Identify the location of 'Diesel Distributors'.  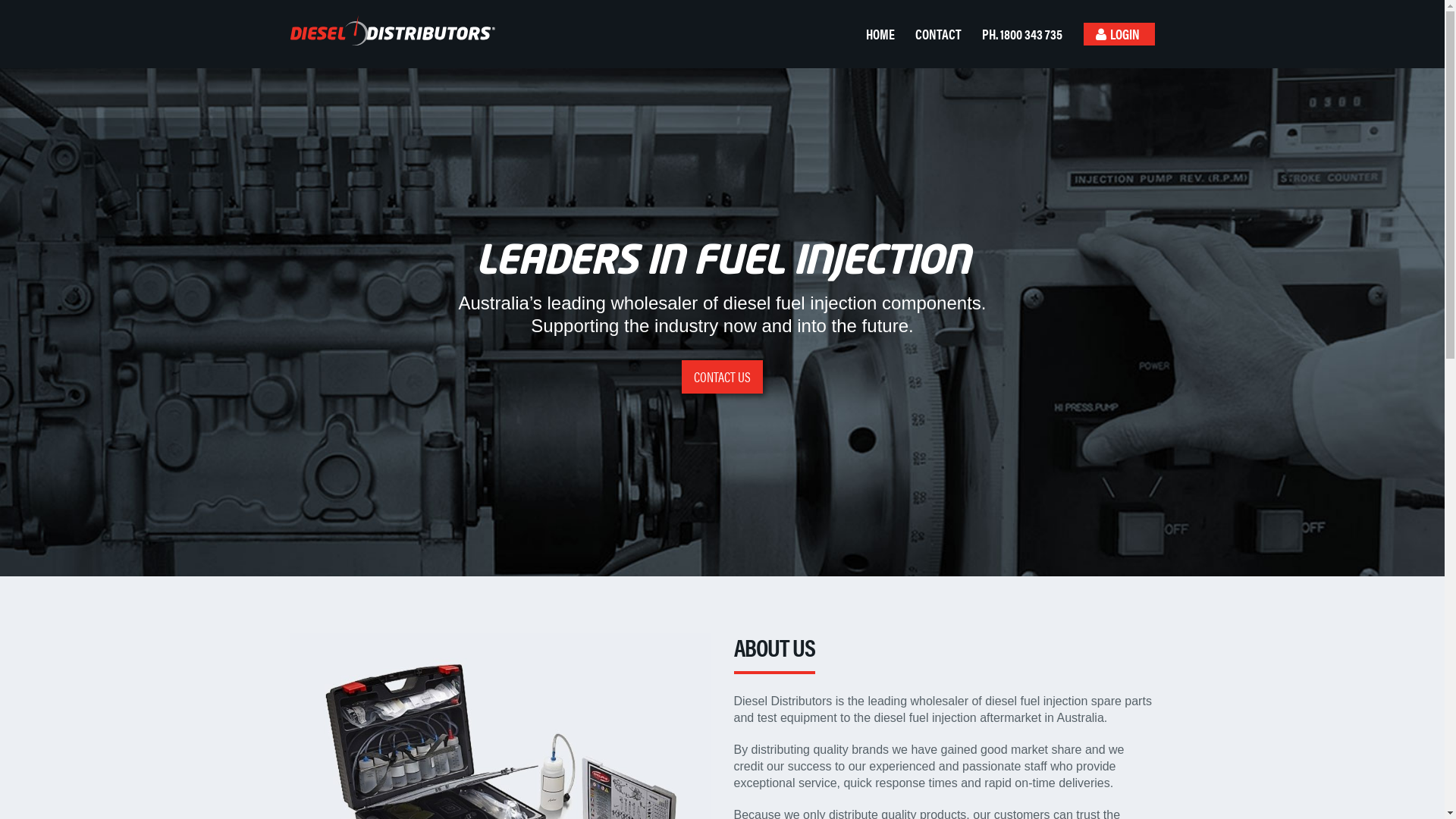
(387, 30).